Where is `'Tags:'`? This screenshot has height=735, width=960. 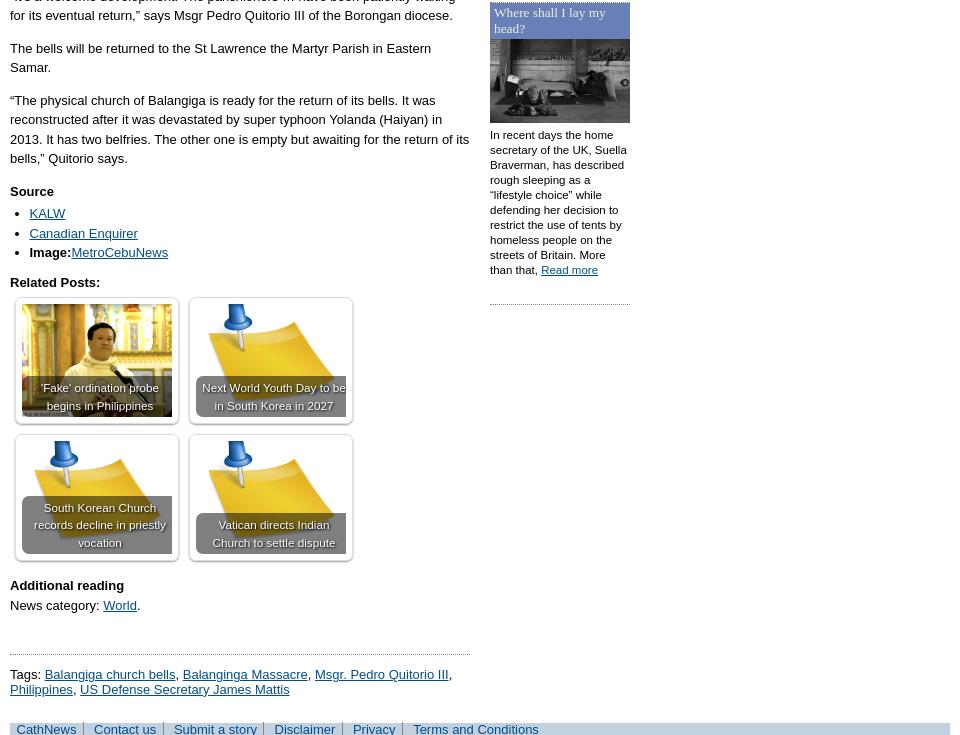 'Tags:' is located at coordinates (25, 673).